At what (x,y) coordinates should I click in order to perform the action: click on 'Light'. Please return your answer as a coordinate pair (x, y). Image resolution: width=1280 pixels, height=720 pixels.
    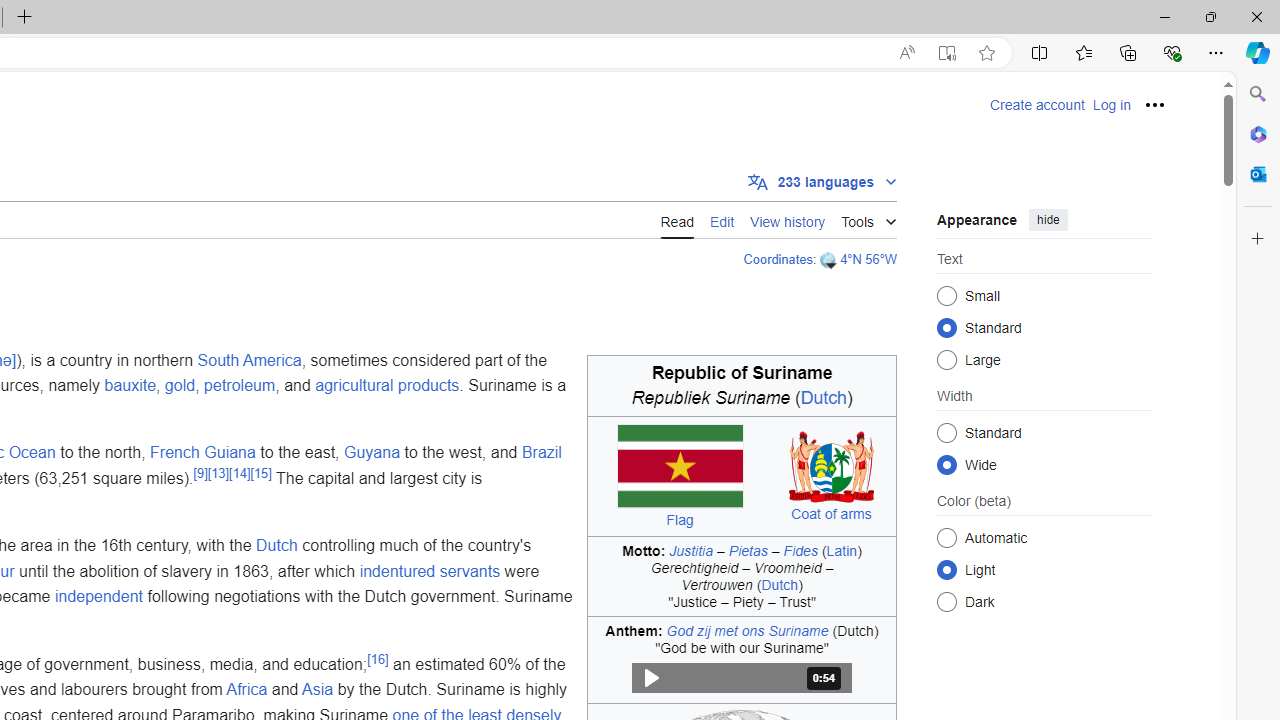
    Looking at the image, I should click on (946, 569).